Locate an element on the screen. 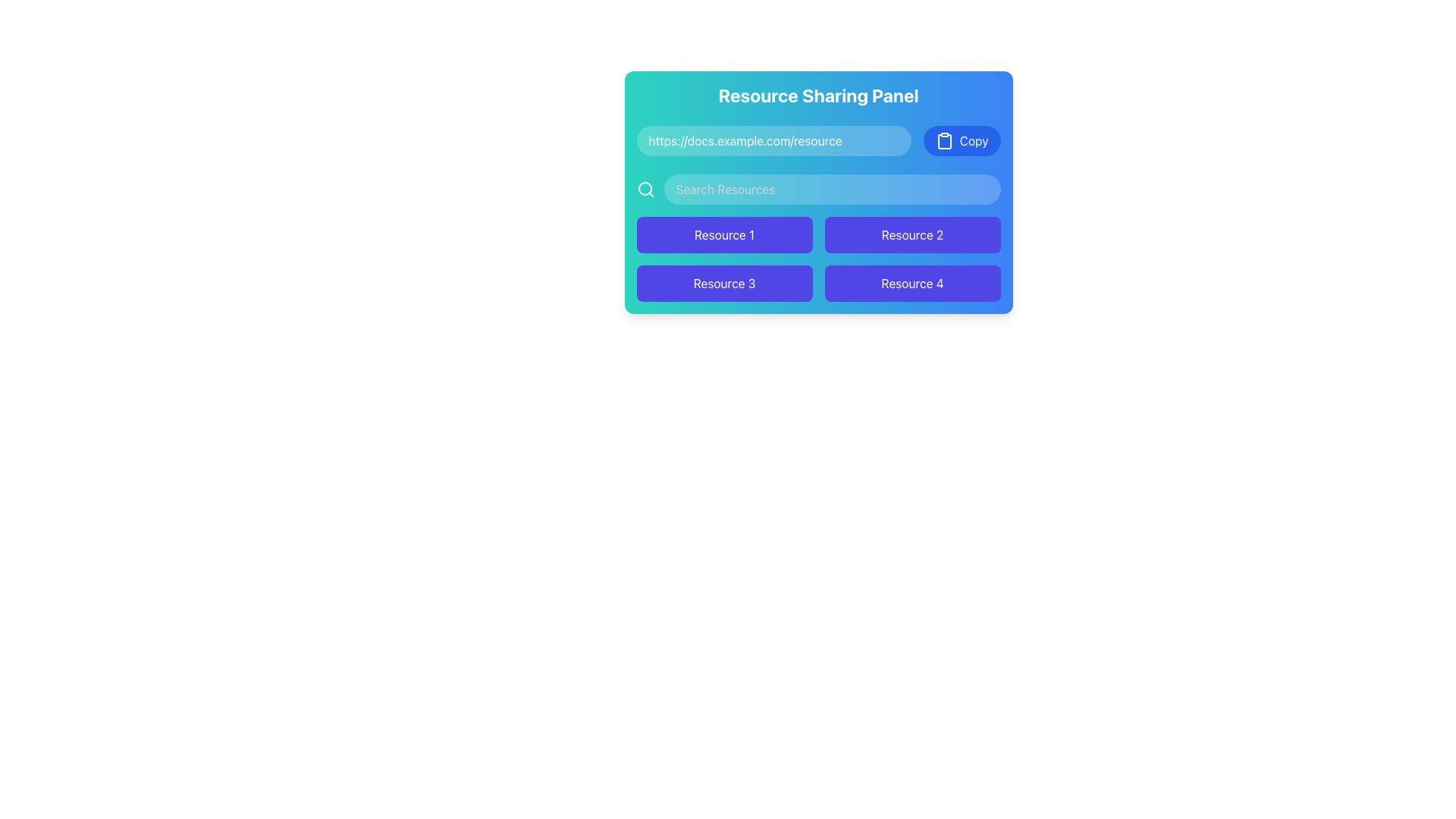 Image resolution: width=1456 pixels, height=819 pixels. the 'Copy' button located in the top-right corner of the Resource Sharing Panel, which contains an icon representing clipboard functionality is located at coordinates (943, 141).